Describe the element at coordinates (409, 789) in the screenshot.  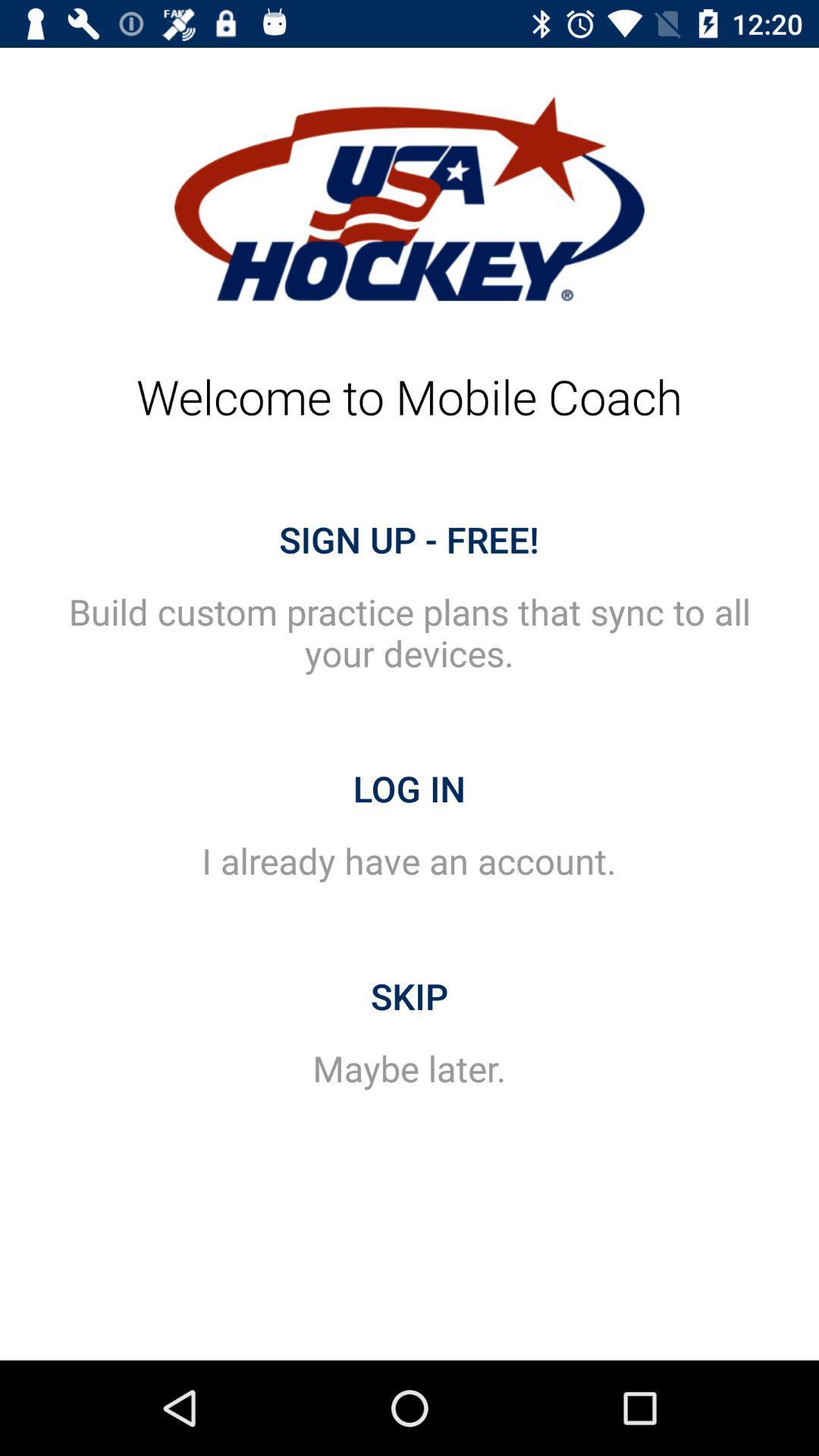
I see `item below the build custom practice item` at that location.